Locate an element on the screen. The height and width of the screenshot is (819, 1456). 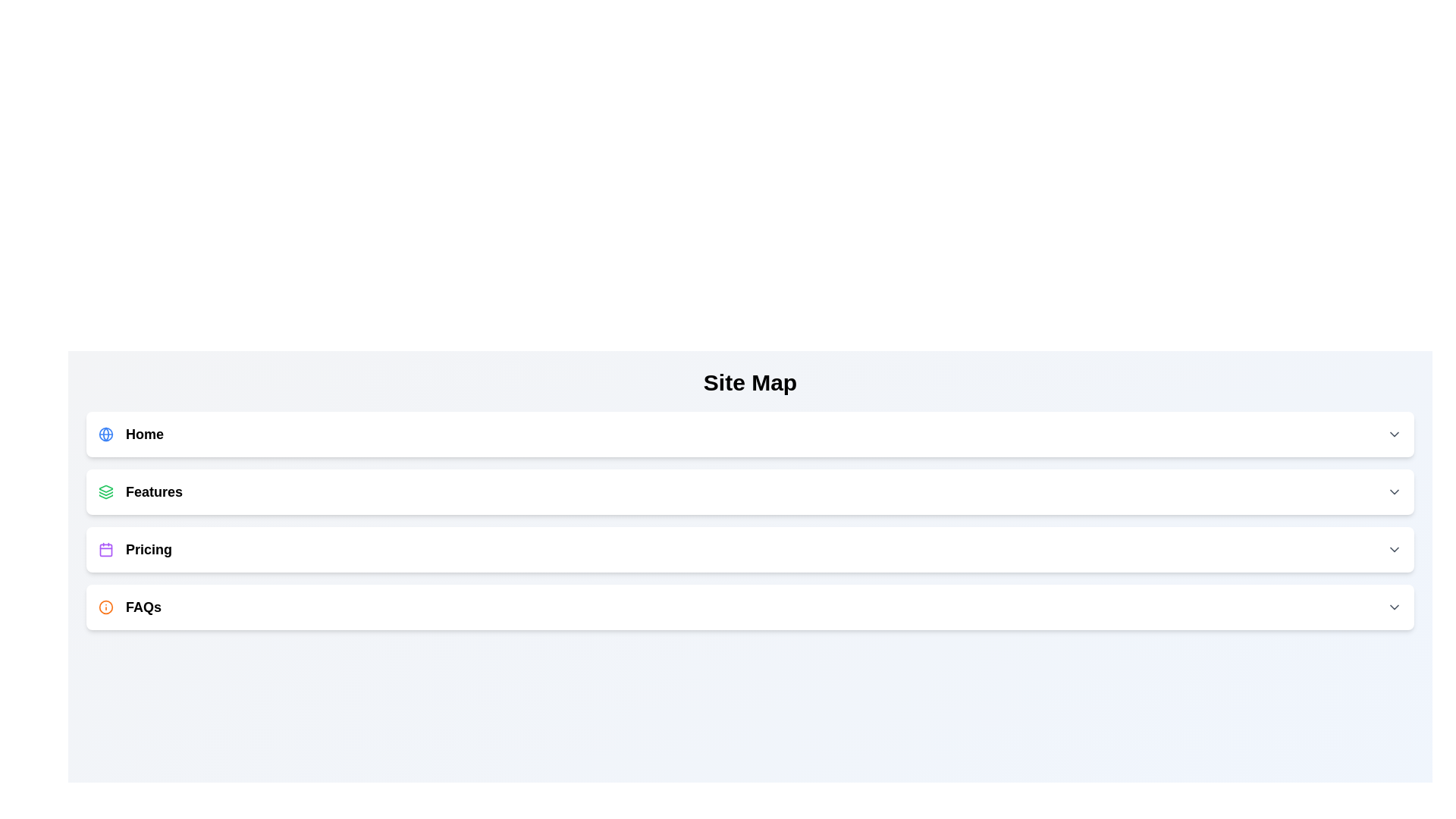
the downward-facing gray chevron icon located on the far right of the 'Home' button is located at coordinates (1394, 435).